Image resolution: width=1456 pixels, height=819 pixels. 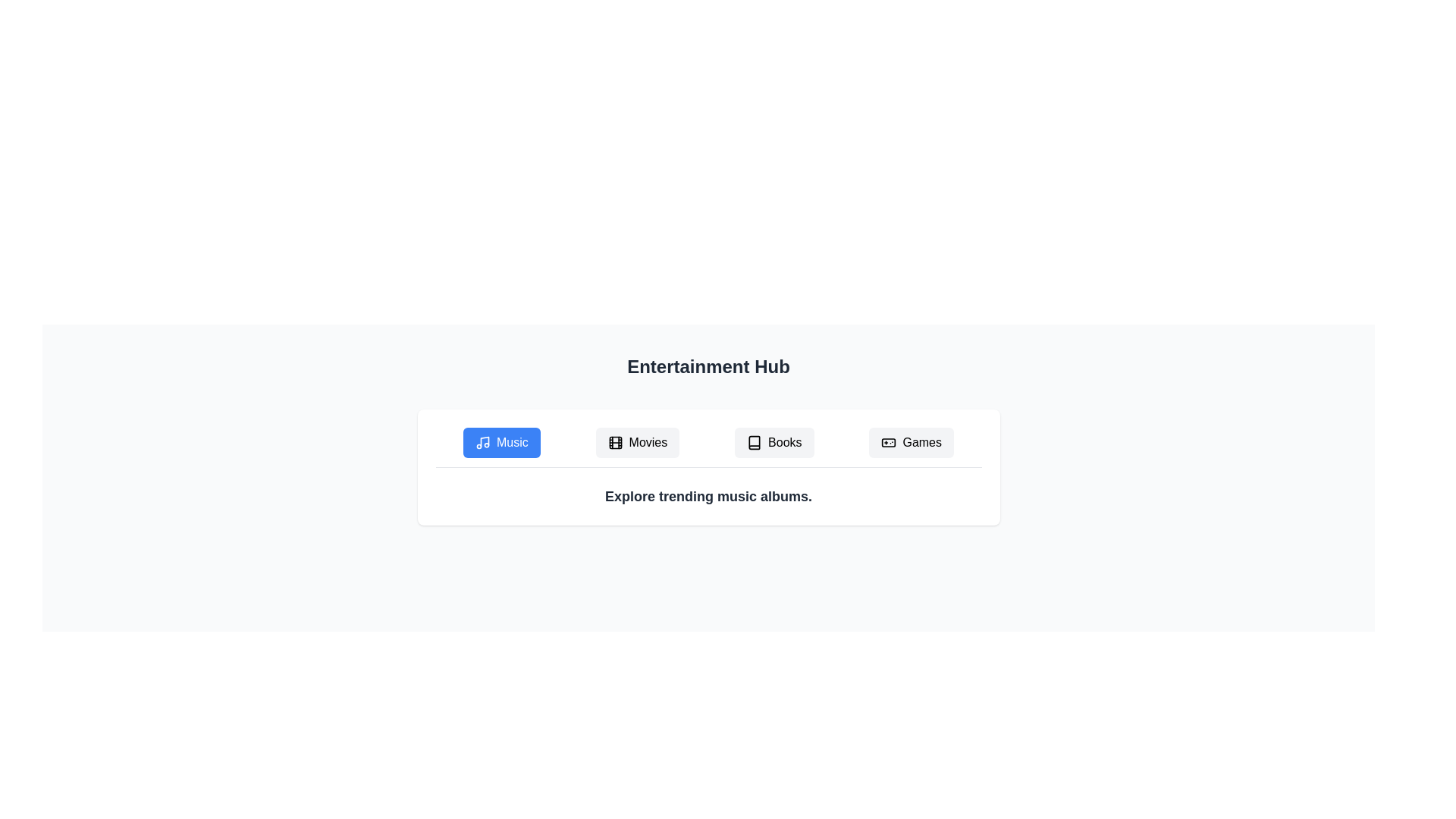 I want to click on the Games tab, so click(x=911, y=442).